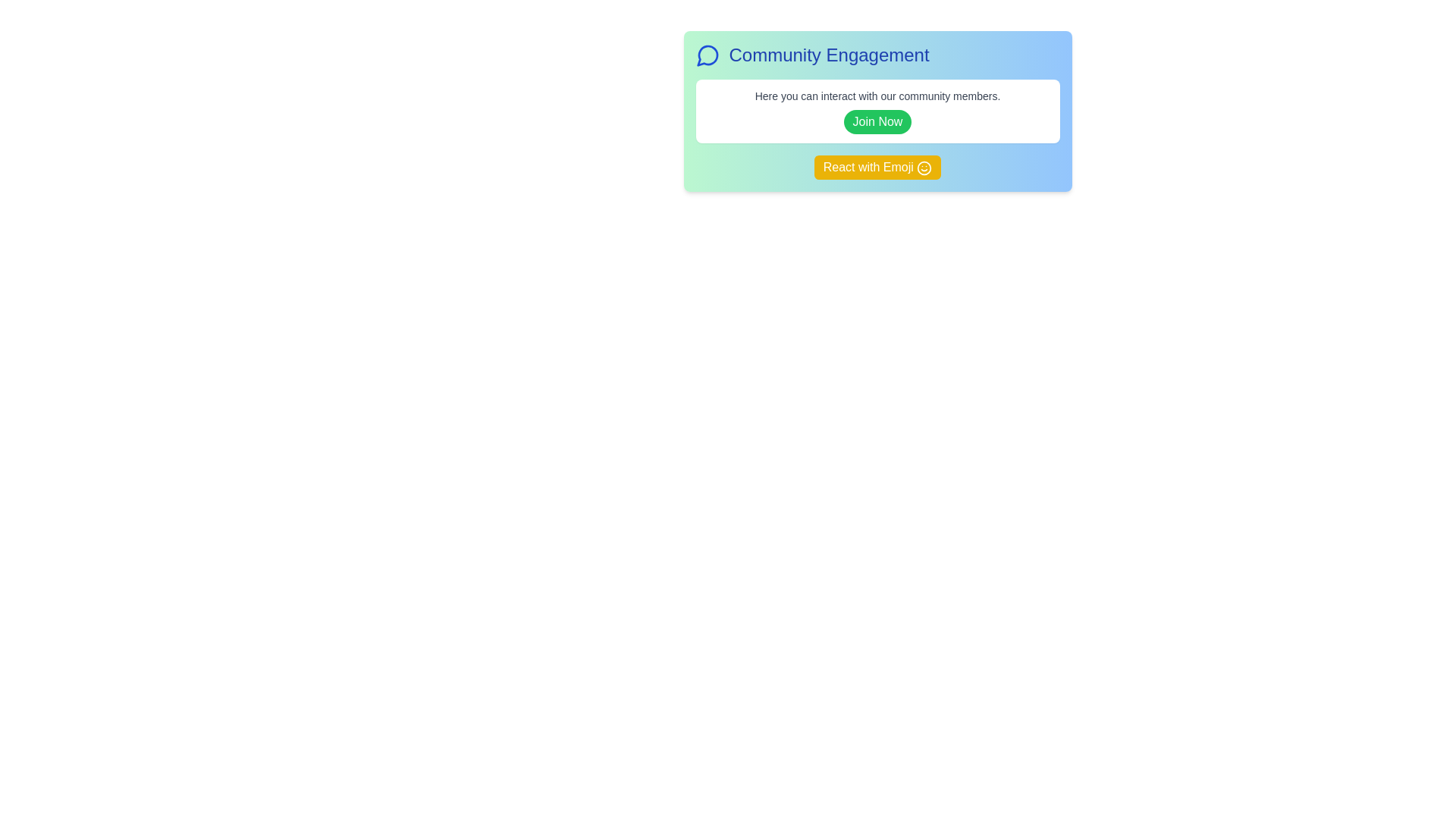 Image resolution: width=1456 pixels, height=819 pixels. I want to click on the emoji icon located inside the 'React with Emoji' button on the right side next to the text, so click(924, 168).